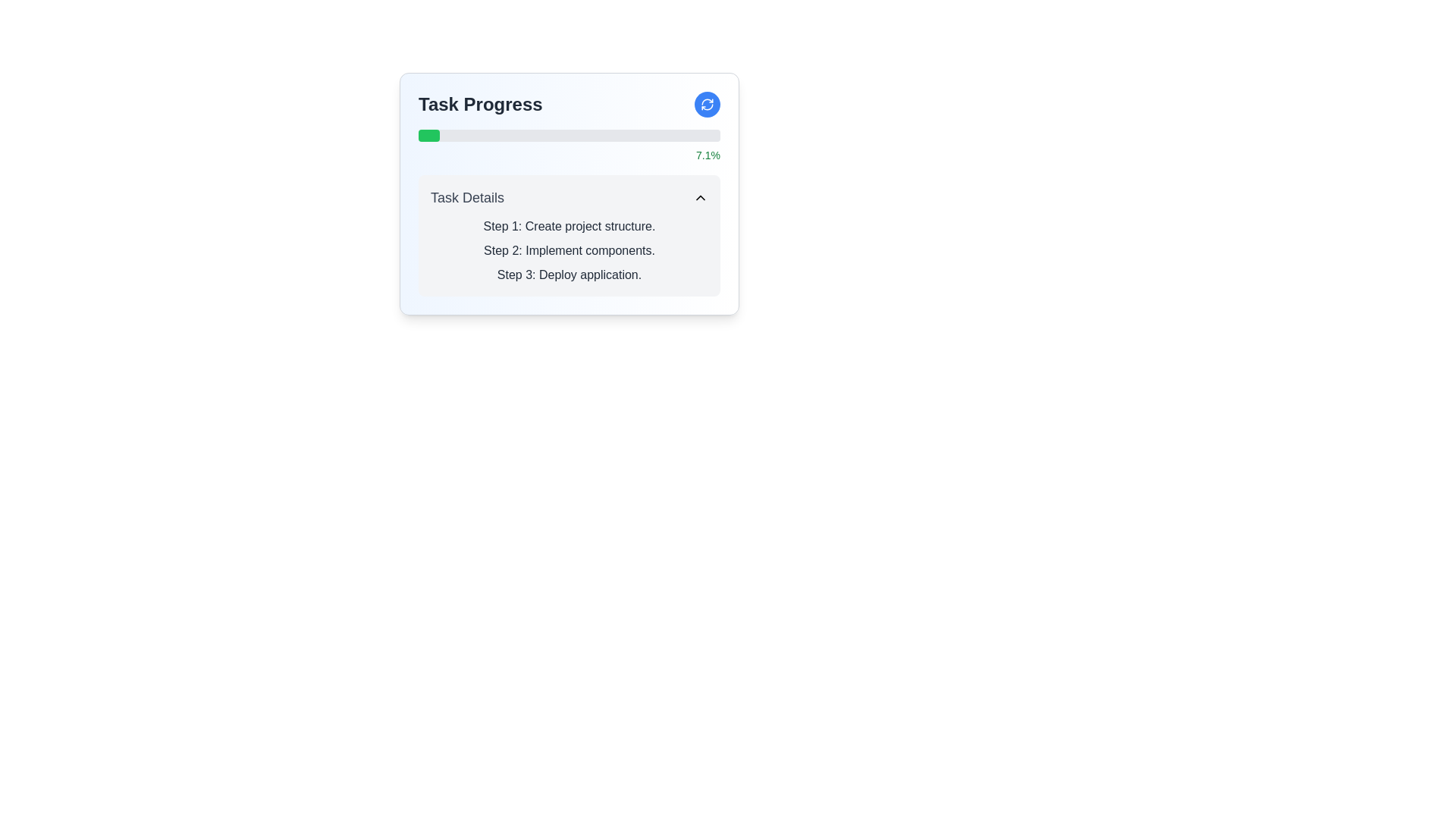 This screenshot has width=1456, height=819. Describe the element at coordinates (706, 104) in the screenshot. I see `the circular blue button with a refresh icon located to the right of the 'Task Progress' text` at that location.